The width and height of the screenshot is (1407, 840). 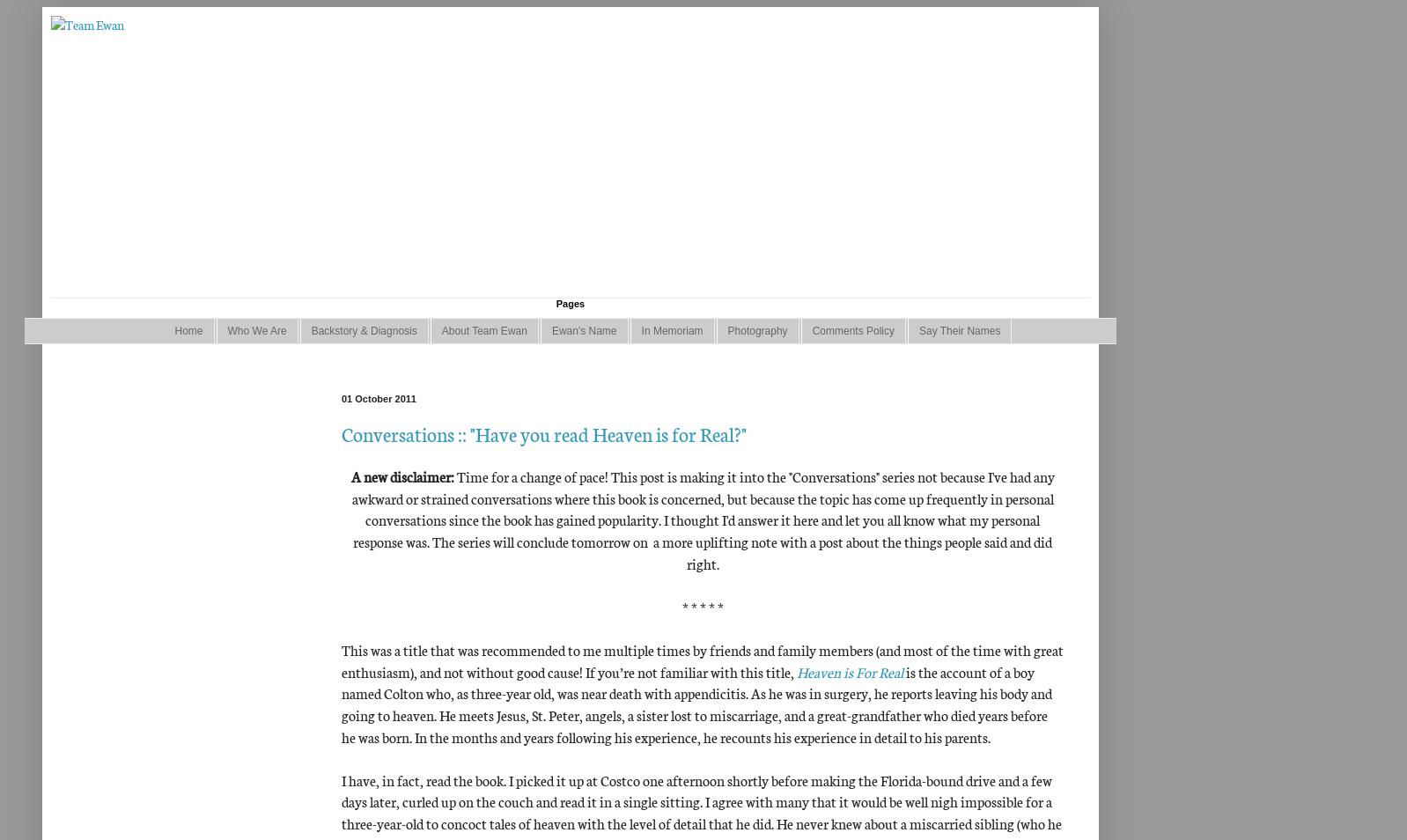 What do you see at coordinates (672, 330) in the screenshot?
I see `'In Memoriam'` at bounding box center [672, 330].